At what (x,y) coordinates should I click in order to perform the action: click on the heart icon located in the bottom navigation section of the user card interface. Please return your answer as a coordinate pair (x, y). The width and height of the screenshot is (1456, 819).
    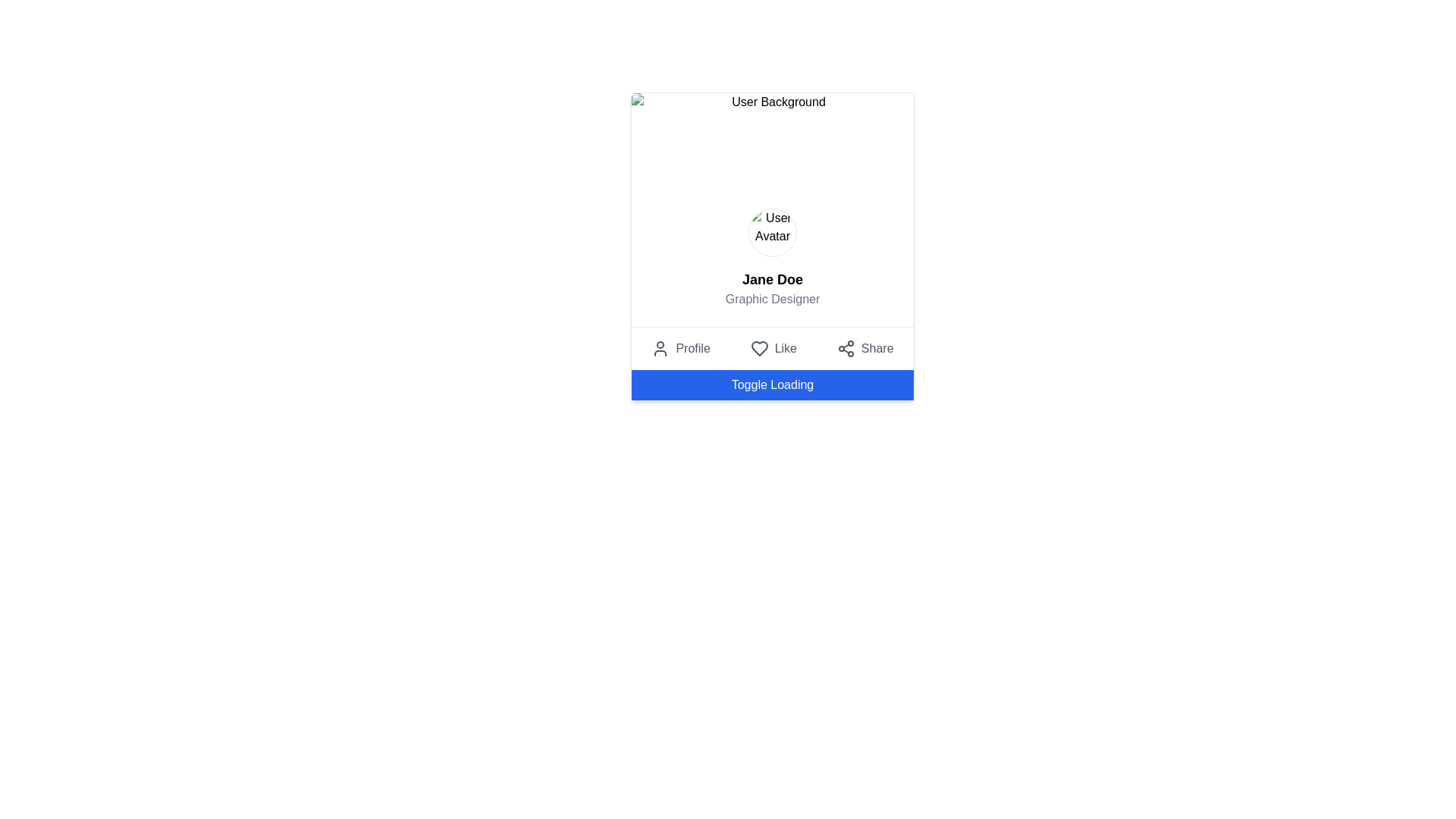
    Looking at the image, I should click on (759, 348).